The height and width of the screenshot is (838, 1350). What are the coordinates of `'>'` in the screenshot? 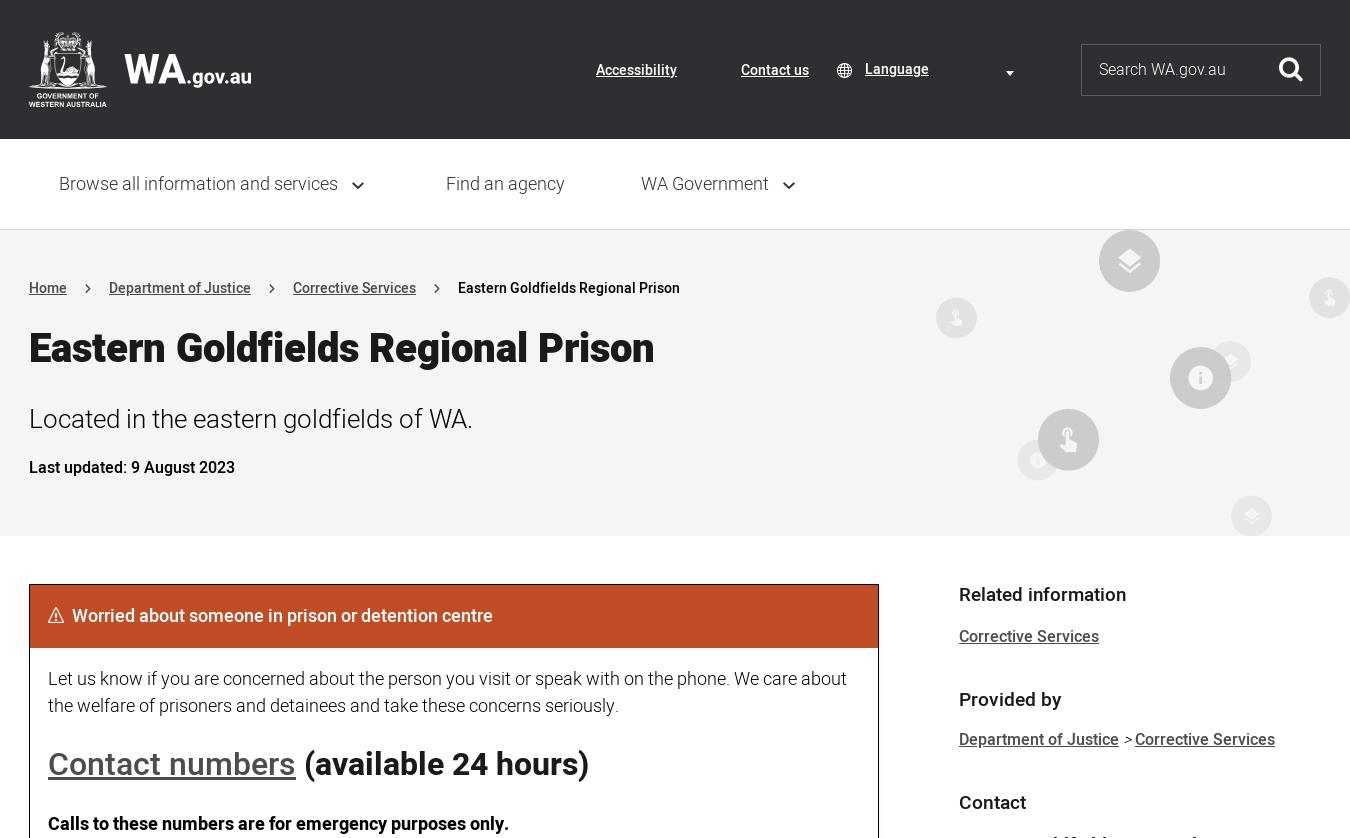 It's located at (1125, 739).